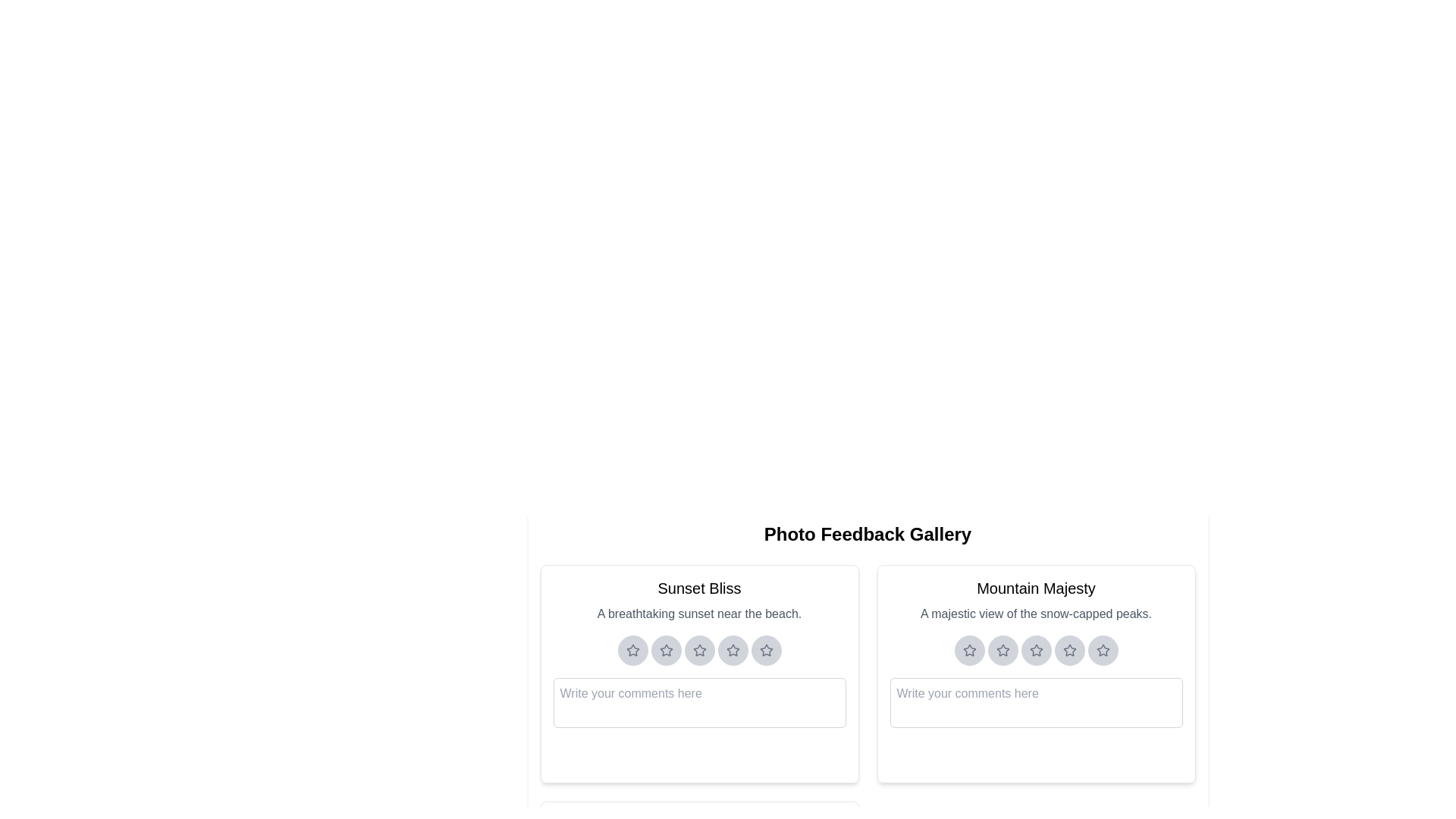 The height and width of the screenshot is (819, 1456). I want to click on the second star rating icon in the row of rating stars displayed below the 'Mountain Majesty' photo title, so click(1035, 648).